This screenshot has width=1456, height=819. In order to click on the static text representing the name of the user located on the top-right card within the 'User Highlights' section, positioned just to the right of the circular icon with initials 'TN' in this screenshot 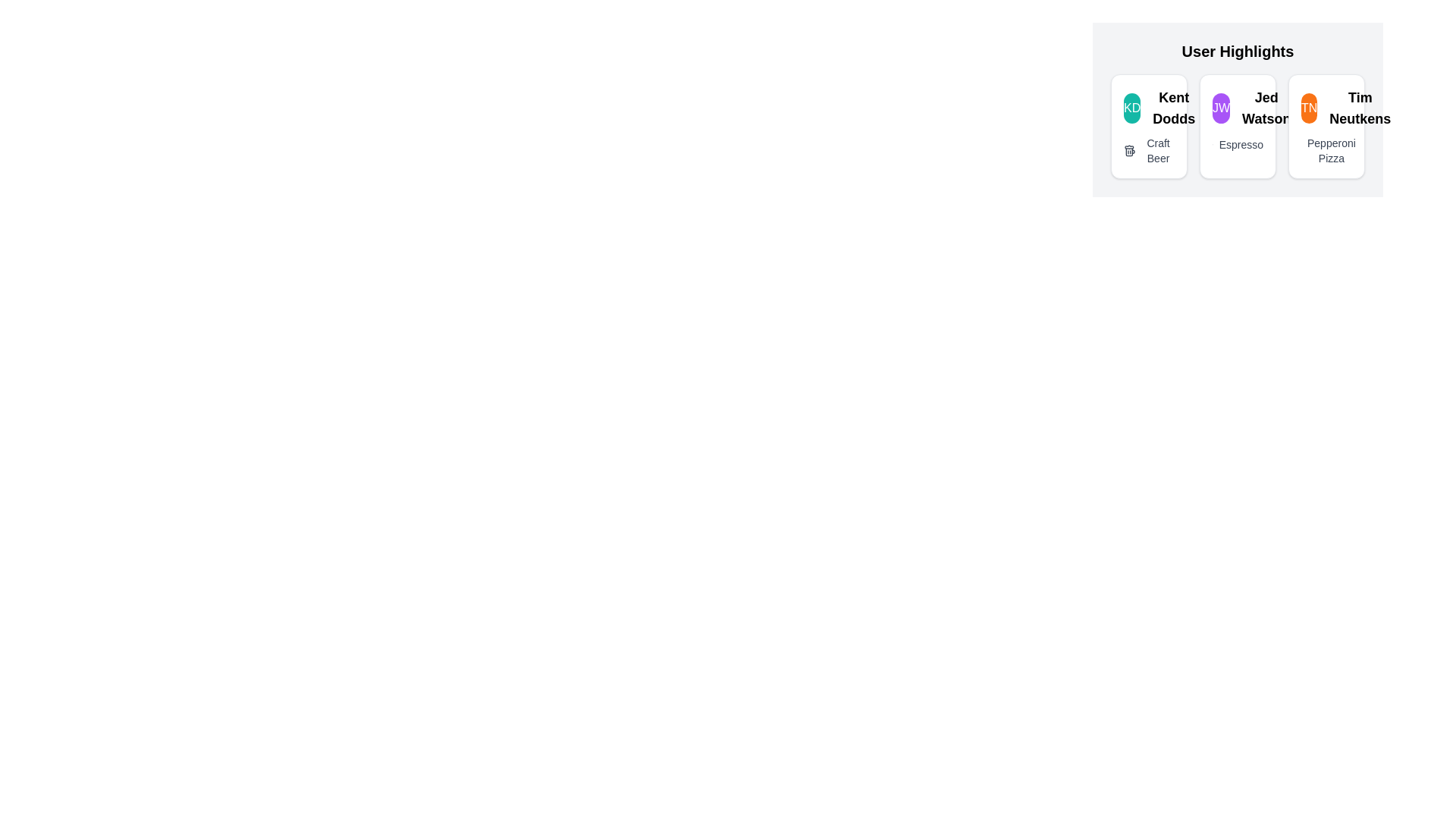, I will do `click(1360, 107)`.